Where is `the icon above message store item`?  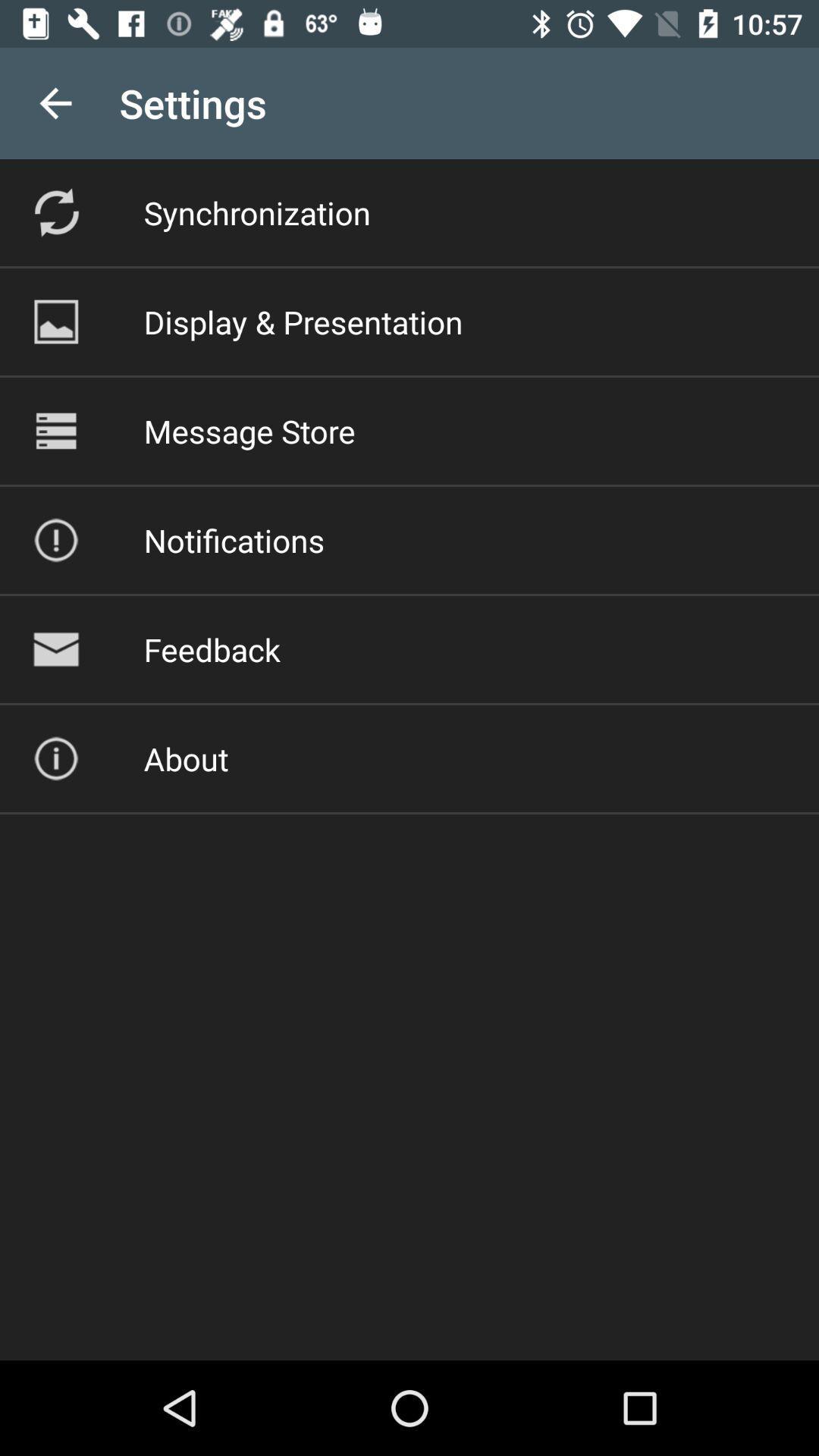
the icon above message store item is located at coordinates (303, 321).